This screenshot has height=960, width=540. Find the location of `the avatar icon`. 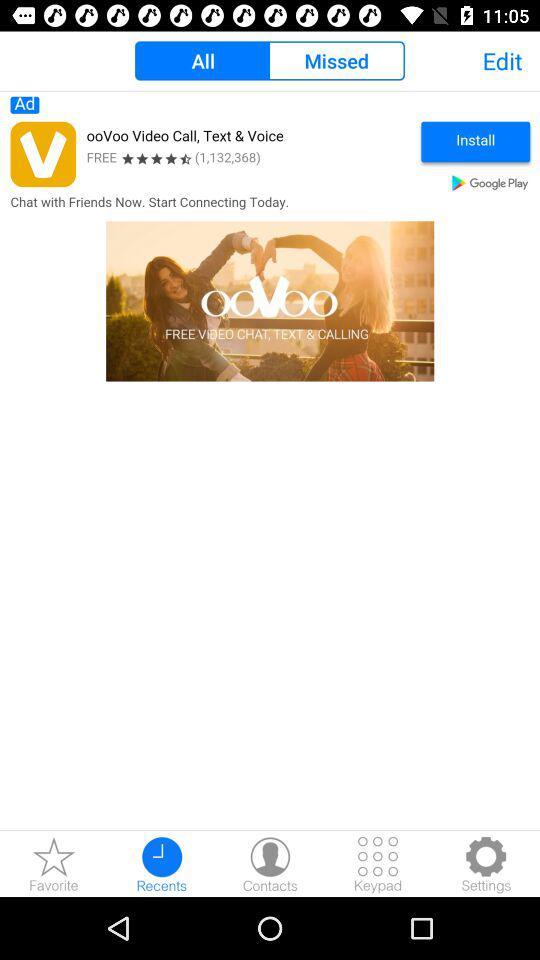

the avatar icon is located at coordinates (270, 863).